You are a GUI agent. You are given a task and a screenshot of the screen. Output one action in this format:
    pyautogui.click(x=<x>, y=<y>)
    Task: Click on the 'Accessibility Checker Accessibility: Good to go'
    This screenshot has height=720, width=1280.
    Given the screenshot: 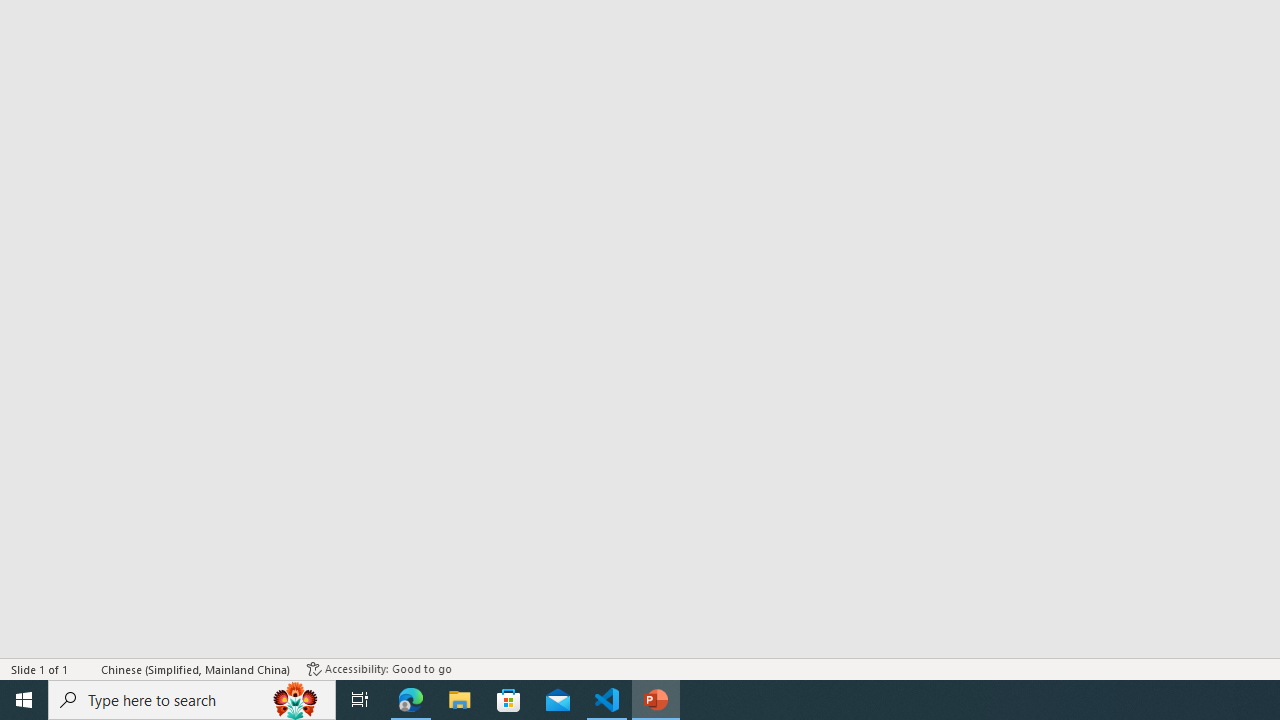 What is the action you would take?
    pyautogui.click(x=379, y=669)
    